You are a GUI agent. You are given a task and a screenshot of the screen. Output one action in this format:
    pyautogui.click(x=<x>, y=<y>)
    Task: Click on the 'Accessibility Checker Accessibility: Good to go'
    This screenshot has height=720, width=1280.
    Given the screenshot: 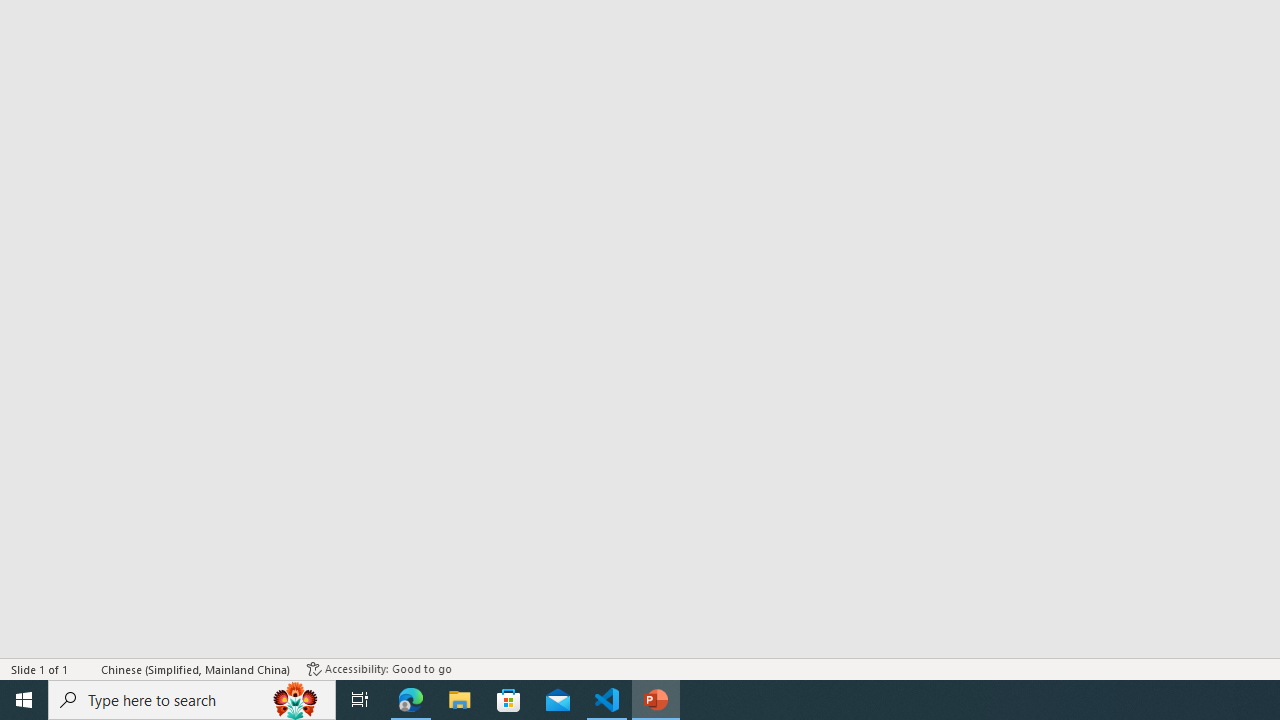 What is the action you would take?
    pyautogui.click(x=379, y=669)
    